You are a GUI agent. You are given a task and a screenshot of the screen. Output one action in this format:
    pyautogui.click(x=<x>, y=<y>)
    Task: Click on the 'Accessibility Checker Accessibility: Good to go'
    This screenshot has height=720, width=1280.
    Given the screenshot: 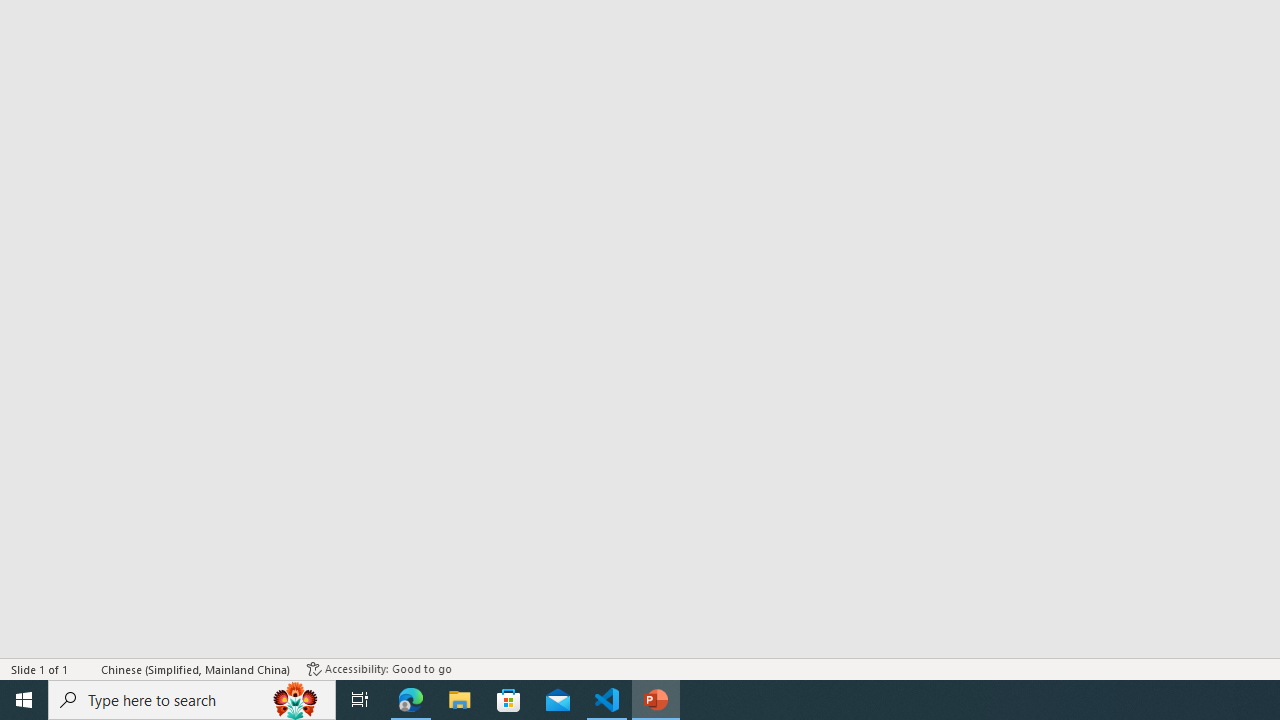 What is the action you would take?
    pyautogui.click(x=379, y=669)
    